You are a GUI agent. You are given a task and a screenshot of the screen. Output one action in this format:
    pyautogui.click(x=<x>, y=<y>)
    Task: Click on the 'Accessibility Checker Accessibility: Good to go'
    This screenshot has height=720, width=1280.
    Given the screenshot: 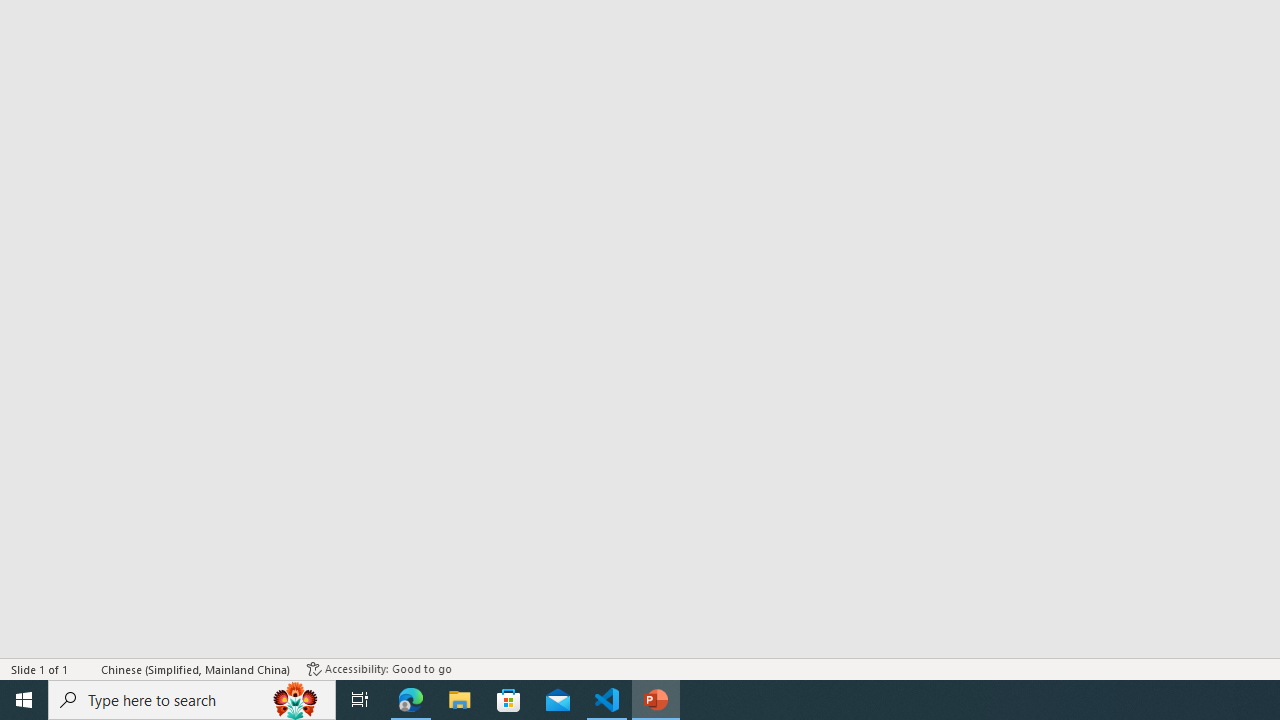 What is the action you would take?
    pyautogui.click(x=379, y=669)
    